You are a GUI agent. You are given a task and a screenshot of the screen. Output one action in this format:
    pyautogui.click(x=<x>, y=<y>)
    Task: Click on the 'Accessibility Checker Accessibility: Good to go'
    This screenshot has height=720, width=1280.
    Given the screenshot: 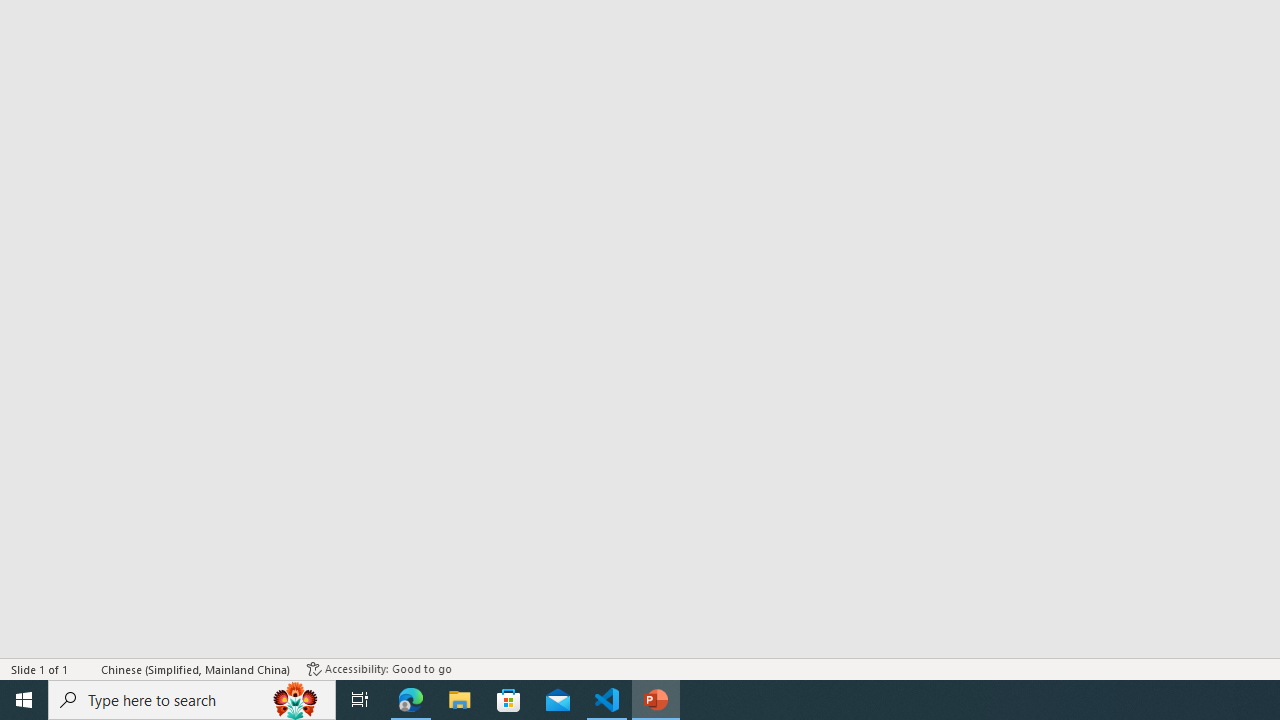 What is the action you would take?
    pyautogui.click(x=379, y=669)
    